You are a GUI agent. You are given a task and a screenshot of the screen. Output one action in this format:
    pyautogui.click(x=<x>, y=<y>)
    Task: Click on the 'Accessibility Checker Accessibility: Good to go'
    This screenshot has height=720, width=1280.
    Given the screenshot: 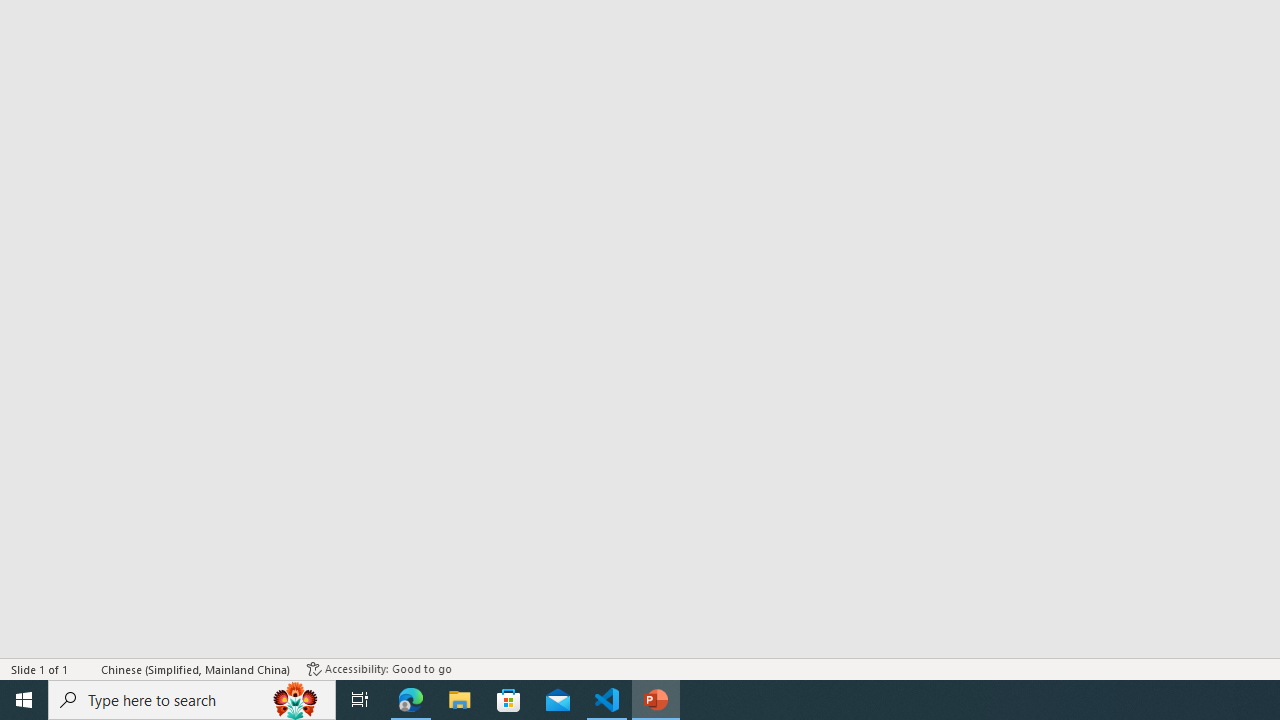 What is the action you would take?
    pyautogui.click(x=379, y=669)
    